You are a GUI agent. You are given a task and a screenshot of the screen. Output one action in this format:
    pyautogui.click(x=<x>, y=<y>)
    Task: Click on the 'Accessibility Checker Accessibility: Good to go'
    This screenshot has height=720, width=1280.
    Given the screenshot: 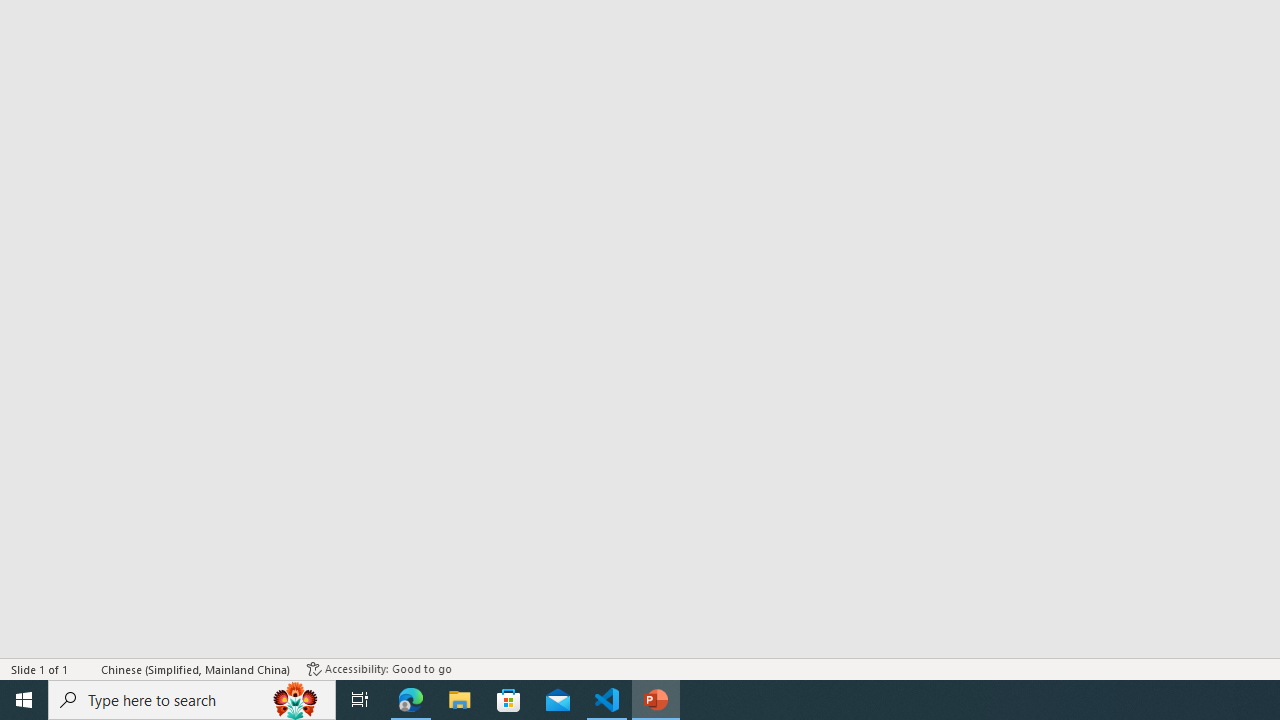 What is the action you would take?
    pyautogui.click(x=379, y=669)
    